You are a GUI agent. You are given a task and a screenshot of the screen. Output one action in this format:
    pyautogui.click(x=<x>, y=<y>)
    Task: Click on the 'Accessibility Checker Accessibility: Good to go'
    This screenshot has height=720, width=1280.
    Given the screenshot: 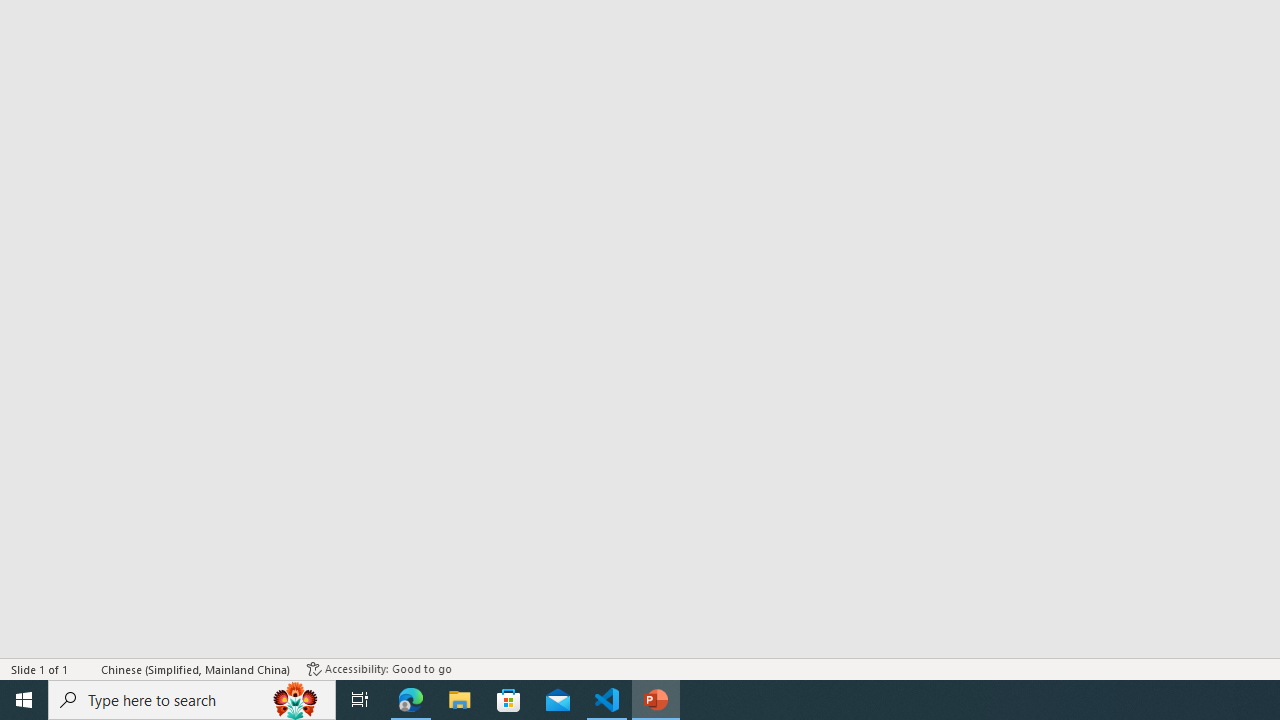 What is the action you would take?
    pyautogui.click(x=379, y=669)
    